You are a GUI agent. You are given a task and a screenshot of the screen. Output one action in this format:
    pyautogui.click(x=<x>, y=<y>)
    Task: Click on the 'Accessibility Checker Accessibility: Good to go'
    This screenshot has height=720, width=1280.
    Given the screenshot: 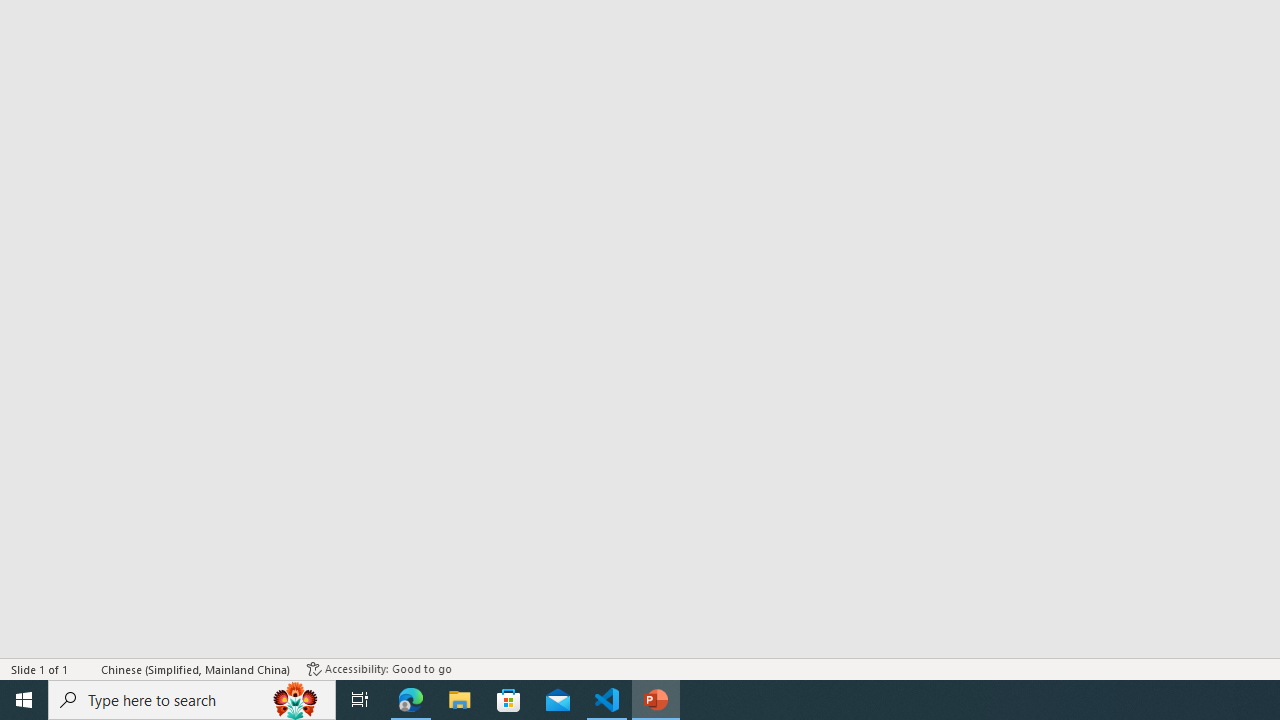 What is the action you would take?
    pyautogui.click(x=379, y=669)
    